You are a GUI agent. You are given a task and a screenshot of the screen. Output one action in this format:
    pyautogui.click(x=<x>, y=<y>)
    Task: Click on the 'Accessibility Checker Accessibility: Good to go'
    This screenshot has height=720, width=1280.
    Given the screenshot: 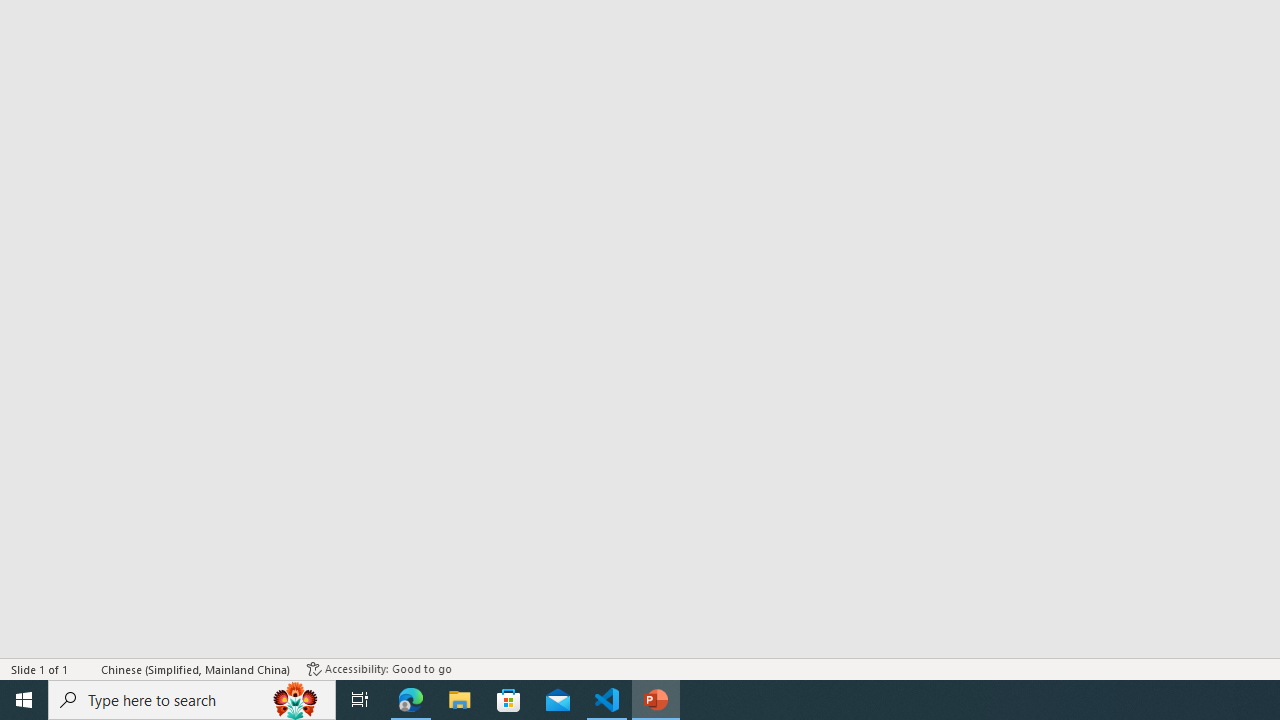 What is the action you would take?
    pyautogui.click(x=379, y=669)
    